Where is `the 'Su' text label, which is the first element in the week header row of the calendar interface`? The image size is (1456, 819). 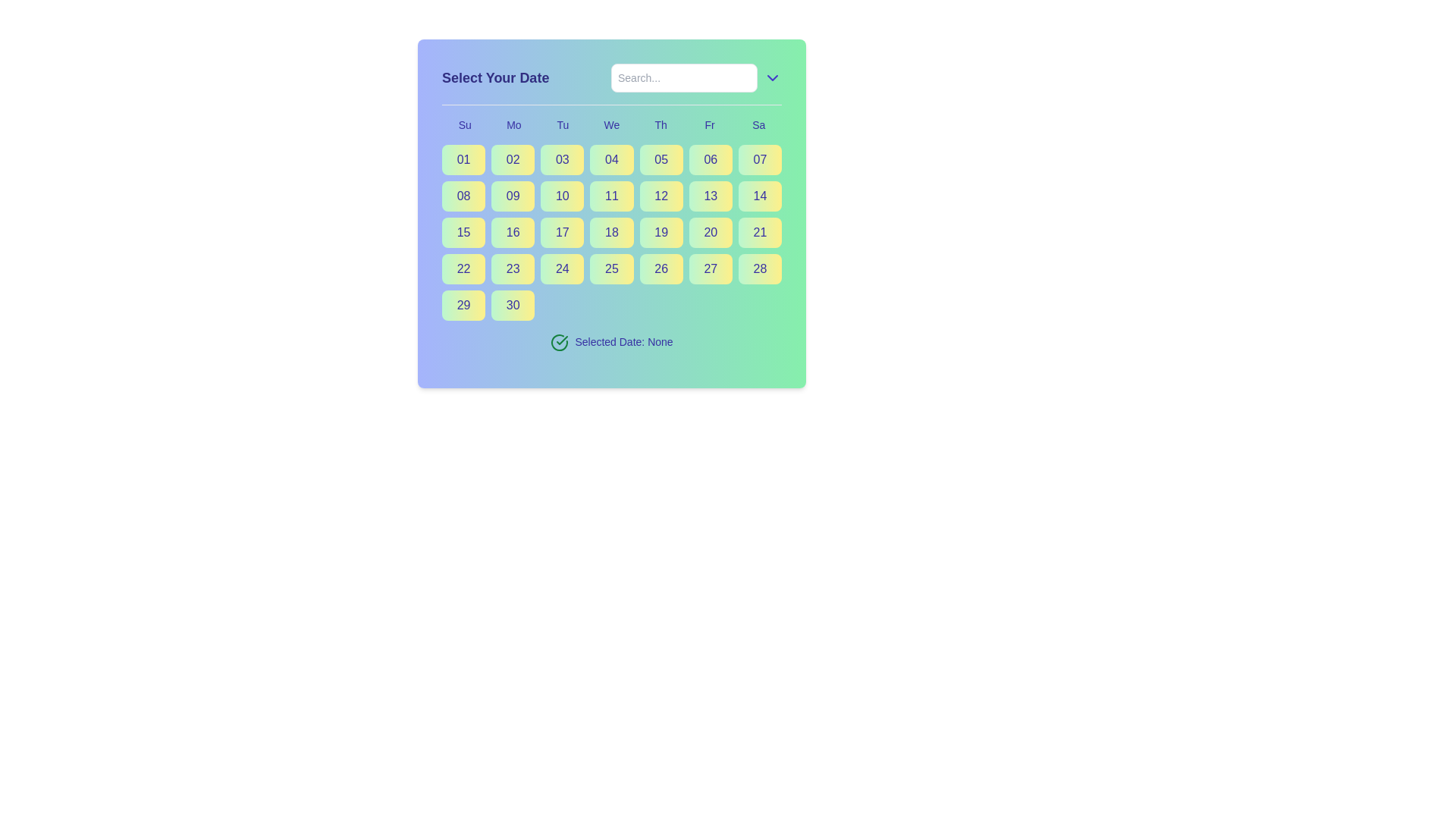 the 'Su' text label, which is the first element in the week header row of the calendar interface is located at coordinates (464, 124).